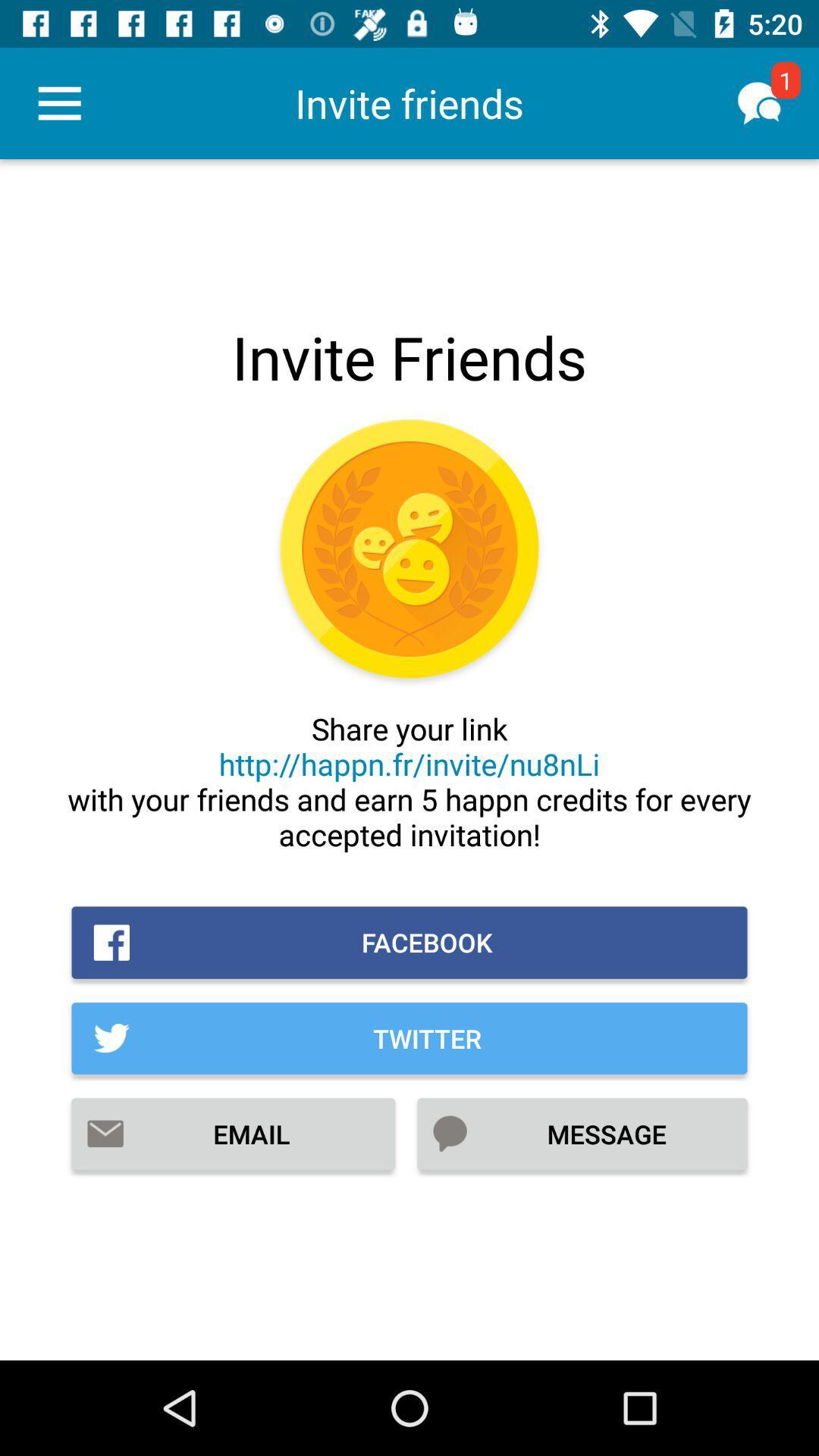  What do you see at coordinates (233, 1134) in the screenshot?
I see `the item to the left of the message item` at bounding box center [233, 1134].